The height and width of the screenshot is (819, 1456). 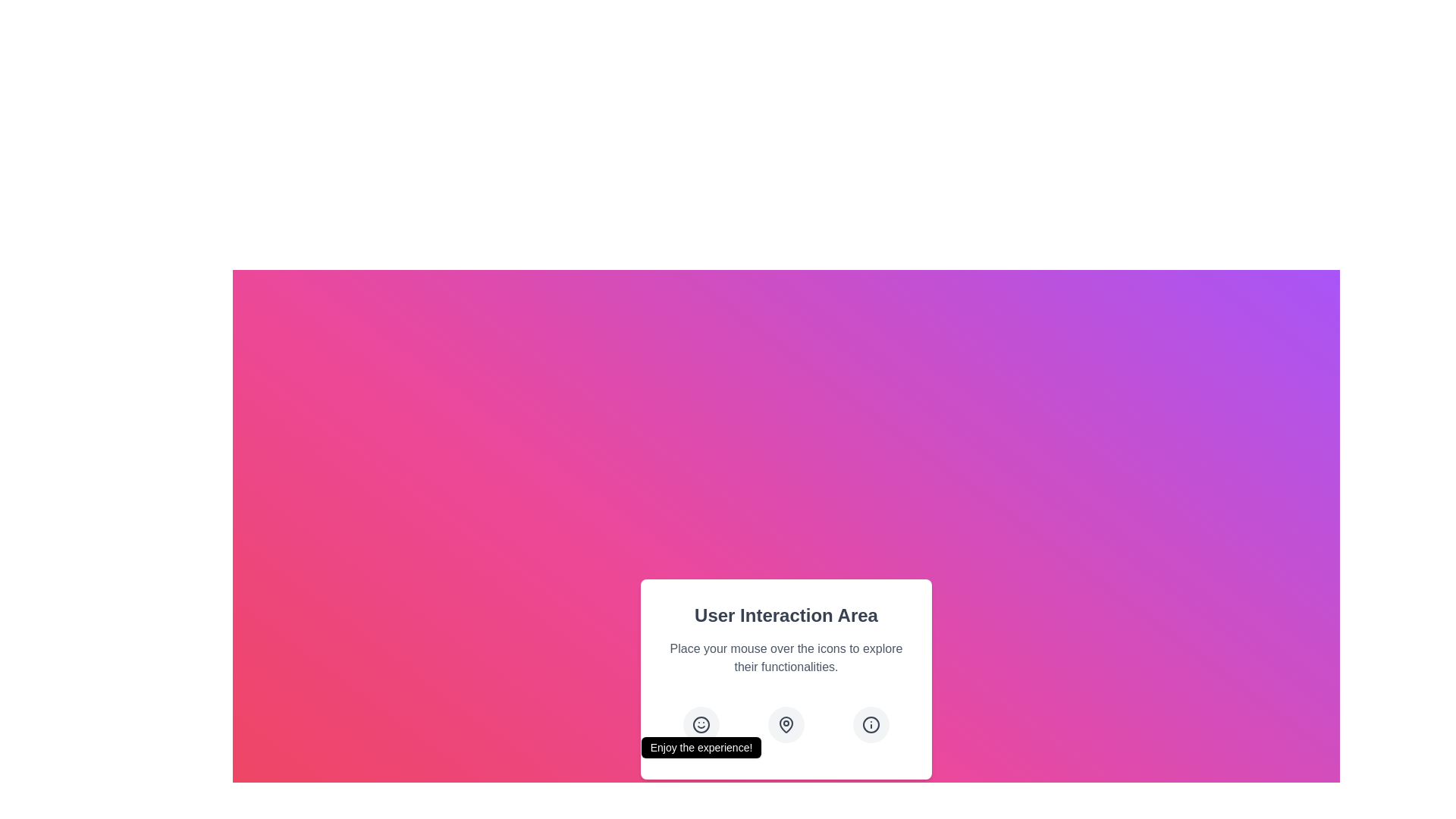 What do you see at coordinates (786, 724) in the screenshot?
I see `the middle icon in the three-item grid layout, which triggers a tooltip displaying 'Enjoy the experience!' when hovered over` at bounding box center [786, 724].